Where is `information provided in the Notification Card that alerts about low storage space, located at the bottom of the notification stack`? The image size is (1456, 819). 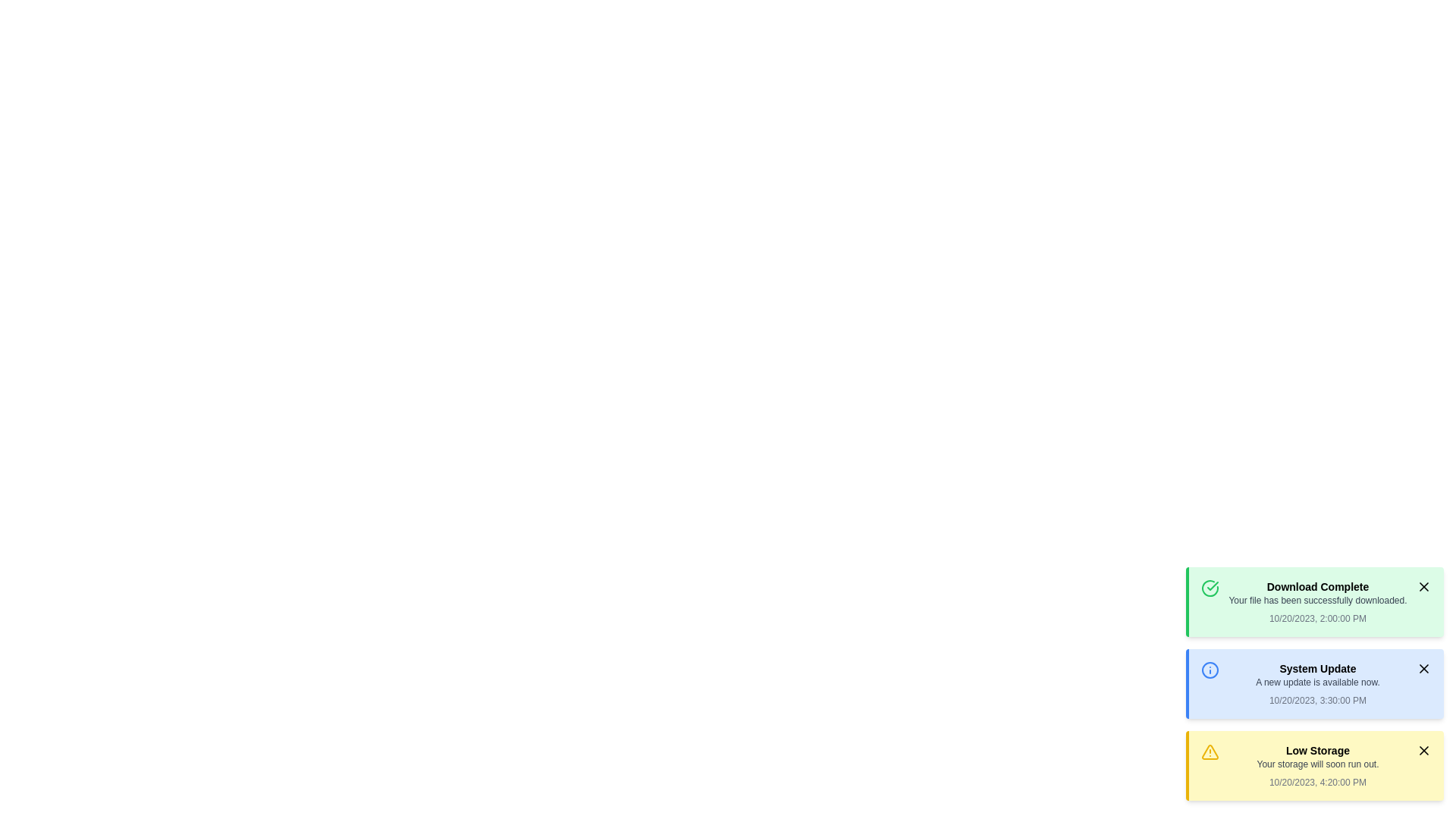 information provided in the Notification Card that alerts about low storage space, located at the bottom of the notification stack is located at coordinates (1316, 766).